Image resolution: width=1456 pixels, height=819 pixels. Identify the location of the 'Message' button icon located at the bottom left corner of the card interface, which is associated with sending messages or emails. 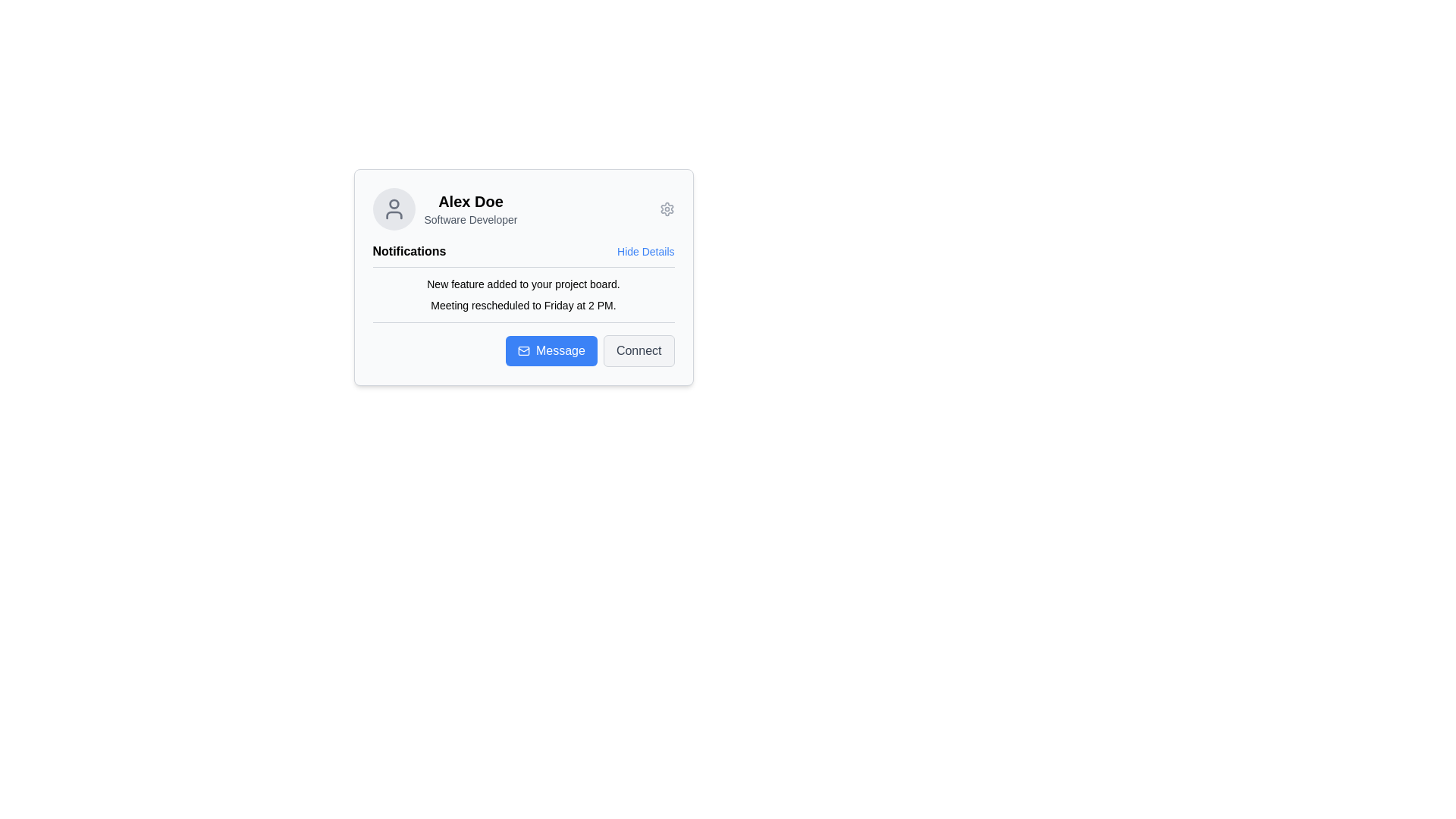
(524, 350).